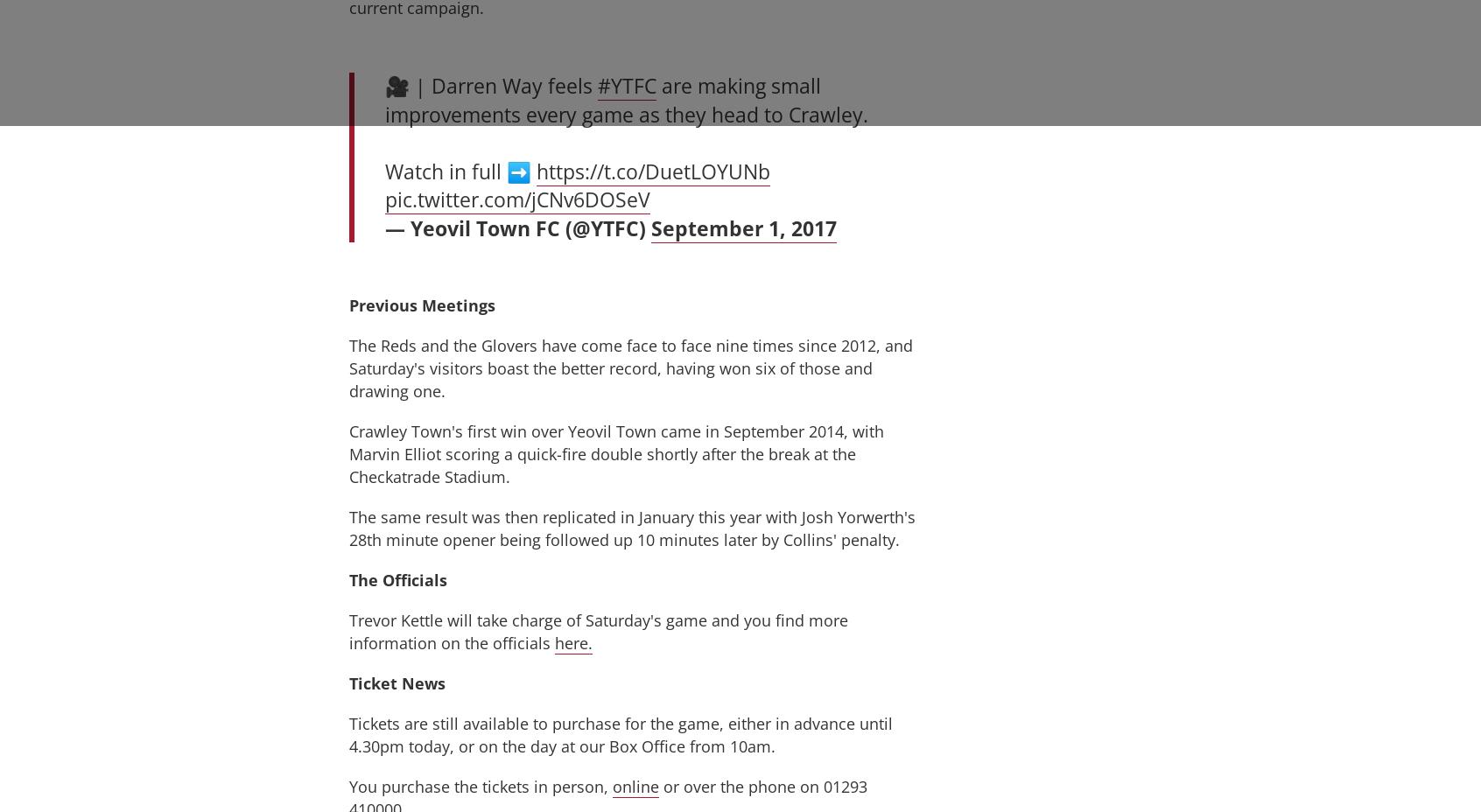 The width and height of the screenshot is (1481, 812). What do you see at coordinates (599, 630) in the screenshot?
I see `'Trevor Kettle will take charge of Saturday's game and you find more information on the officials'` at bounding box center [599, 630].